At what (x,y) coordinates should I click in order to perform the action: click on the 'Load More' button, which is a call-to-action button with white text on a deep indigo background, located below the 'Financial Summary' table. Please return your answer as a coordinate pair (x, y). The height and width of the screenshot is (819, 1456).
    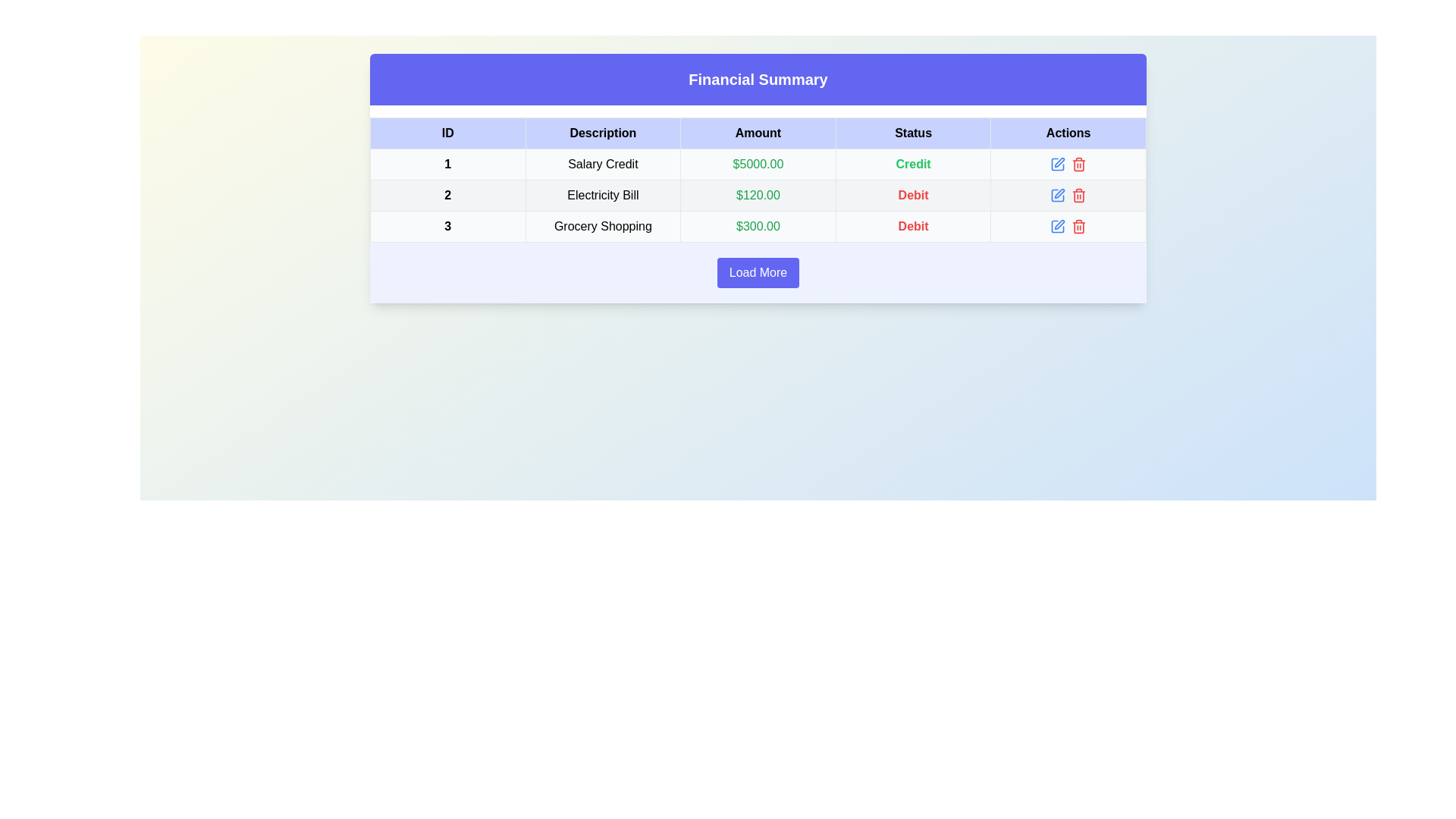
    Looking at the image, I should click on (758, 271).